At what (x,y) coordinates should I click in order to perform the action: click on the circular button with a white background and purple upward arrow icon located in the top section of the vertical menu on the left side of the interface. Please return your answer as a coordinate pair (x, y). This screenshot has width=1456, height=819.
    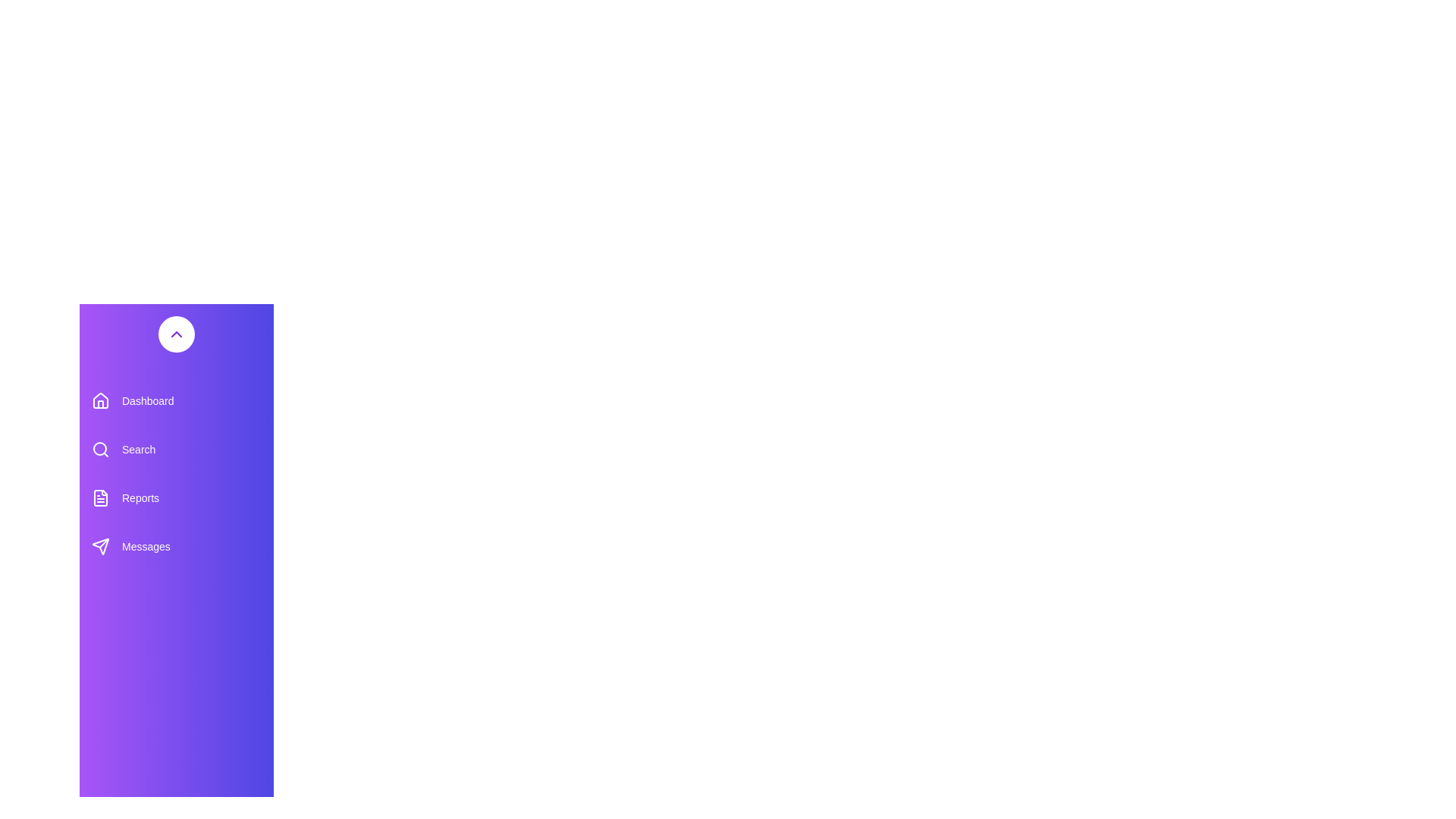
    Looking at the image, I should click on (177, 333).